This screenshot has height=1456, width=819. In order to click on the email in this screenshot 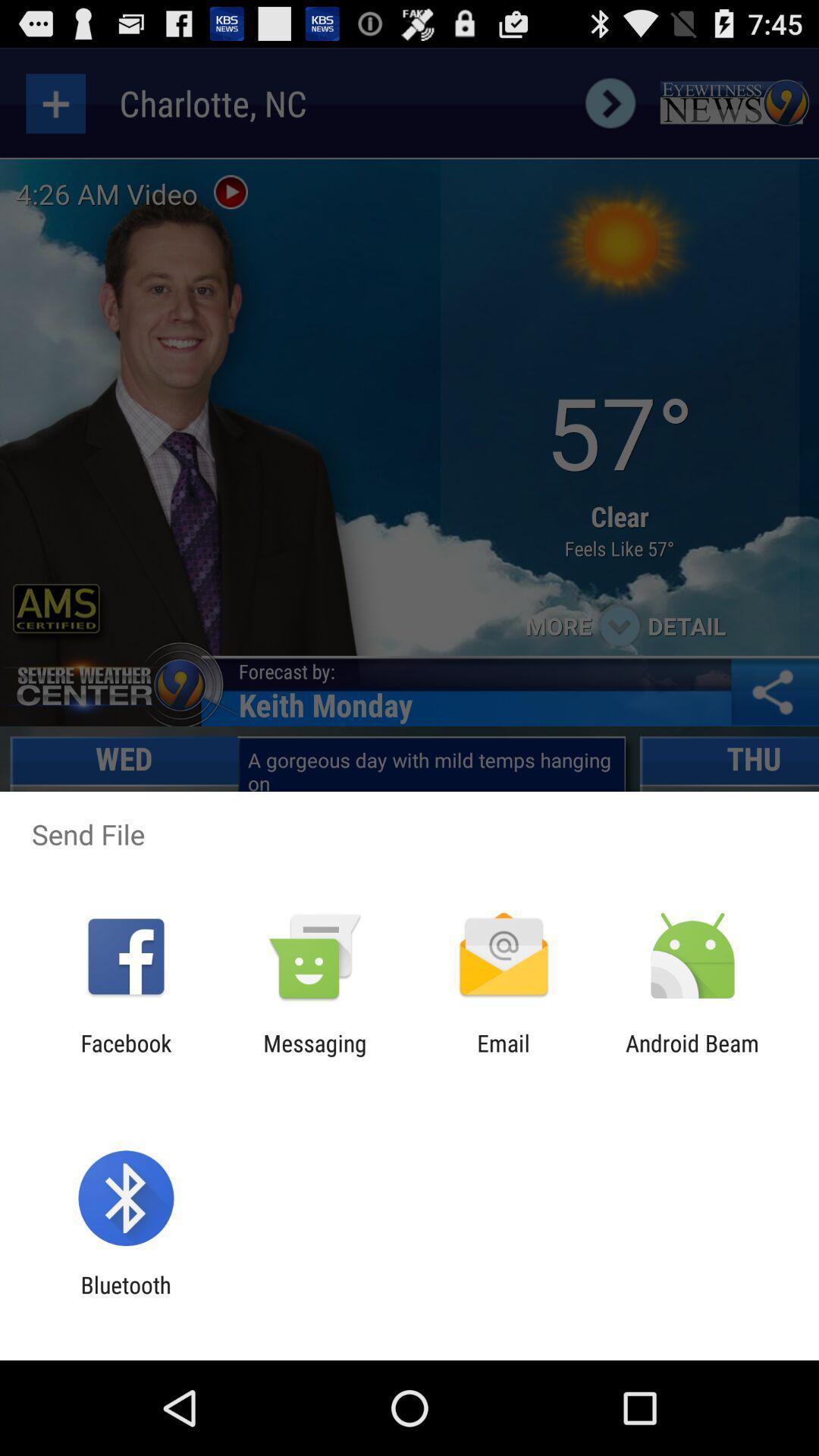, I will do `click(504, 1056)`.